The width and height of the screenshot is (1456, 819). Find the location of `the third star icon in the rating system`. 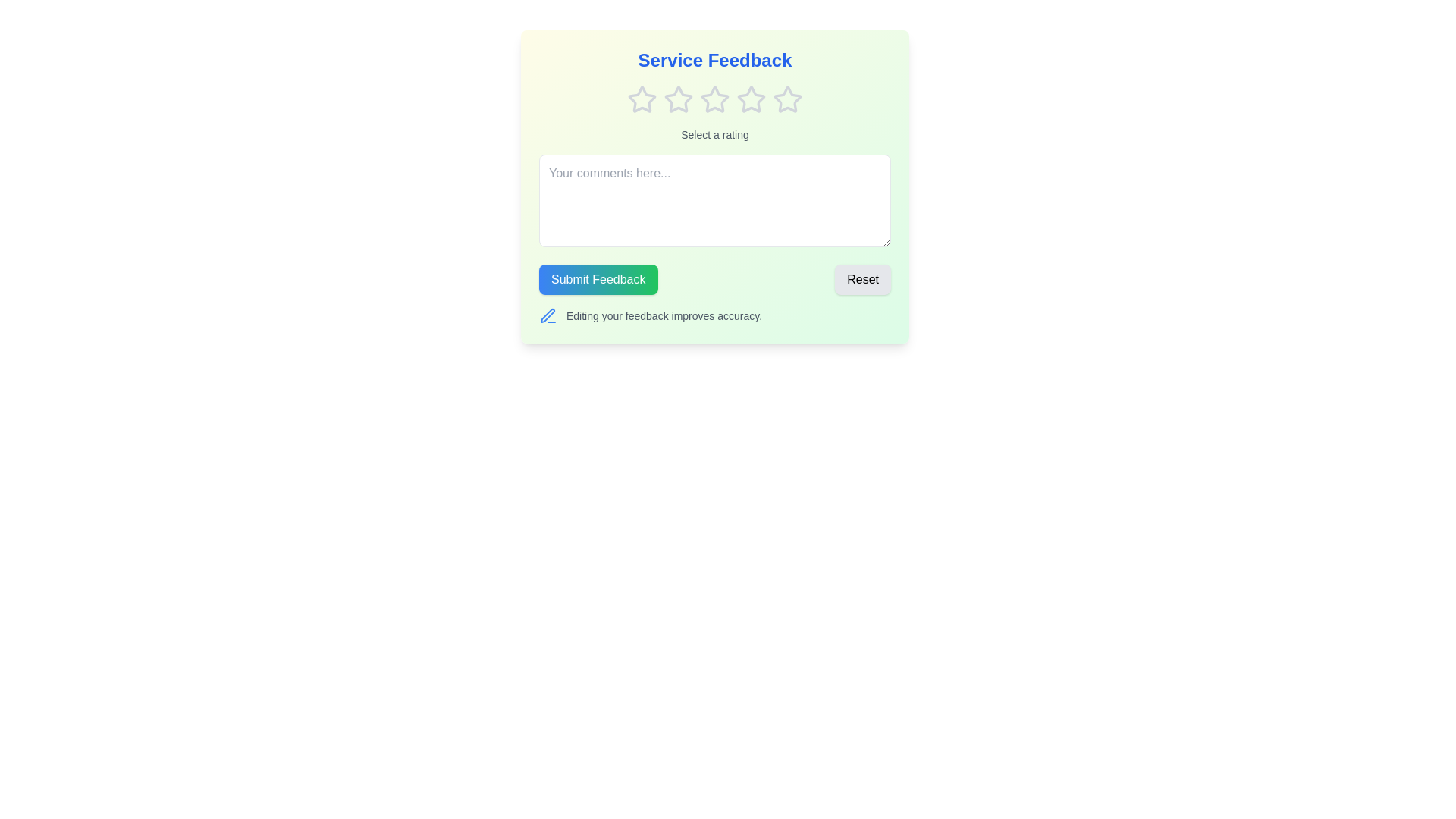

the third star icon in the rating system is located at coordinates (751, 99).